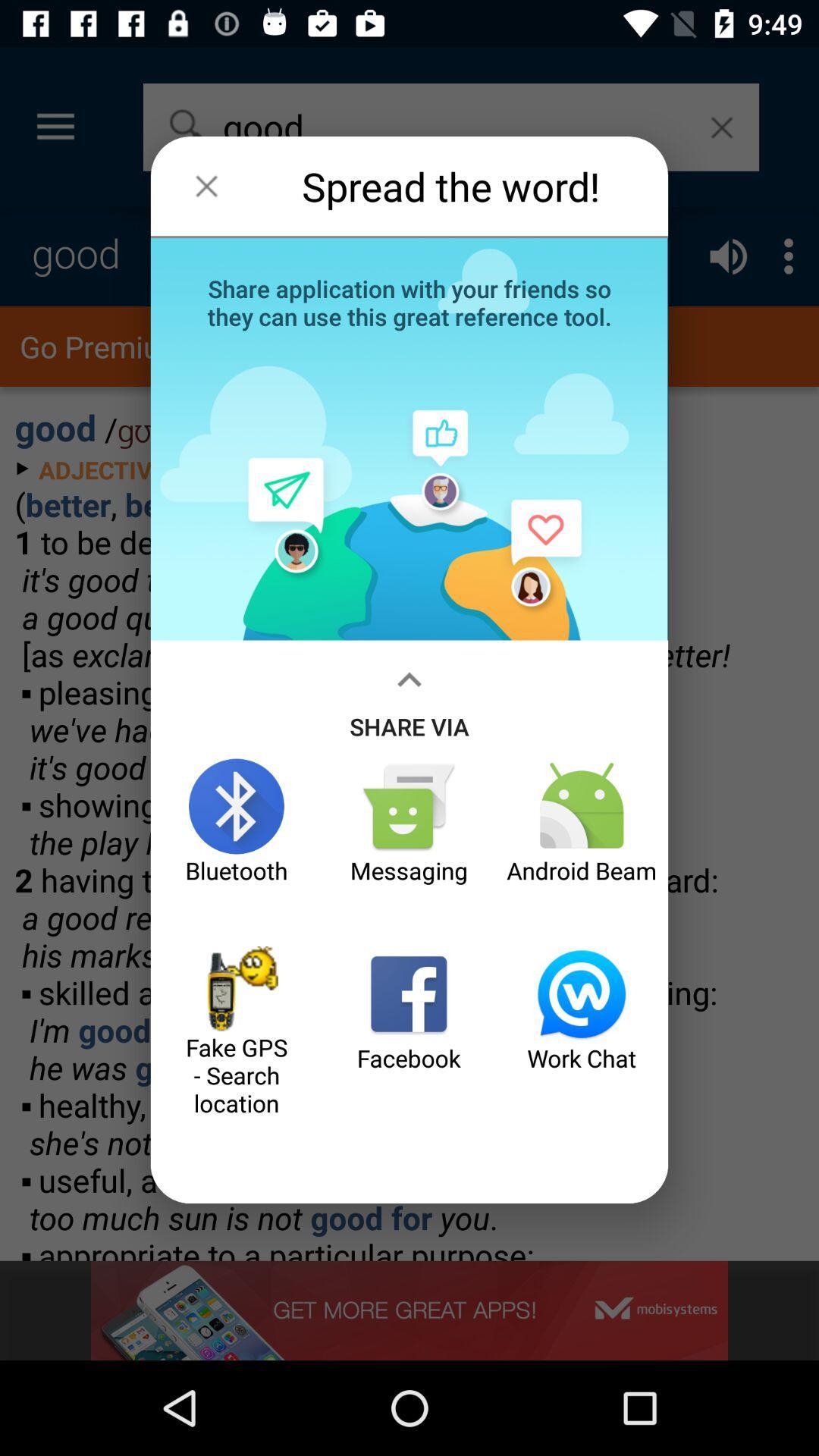  What do you see at coordinates (409, 301) in the screenshot?
I see `item above share via icon` at bounding box center [409, 301].